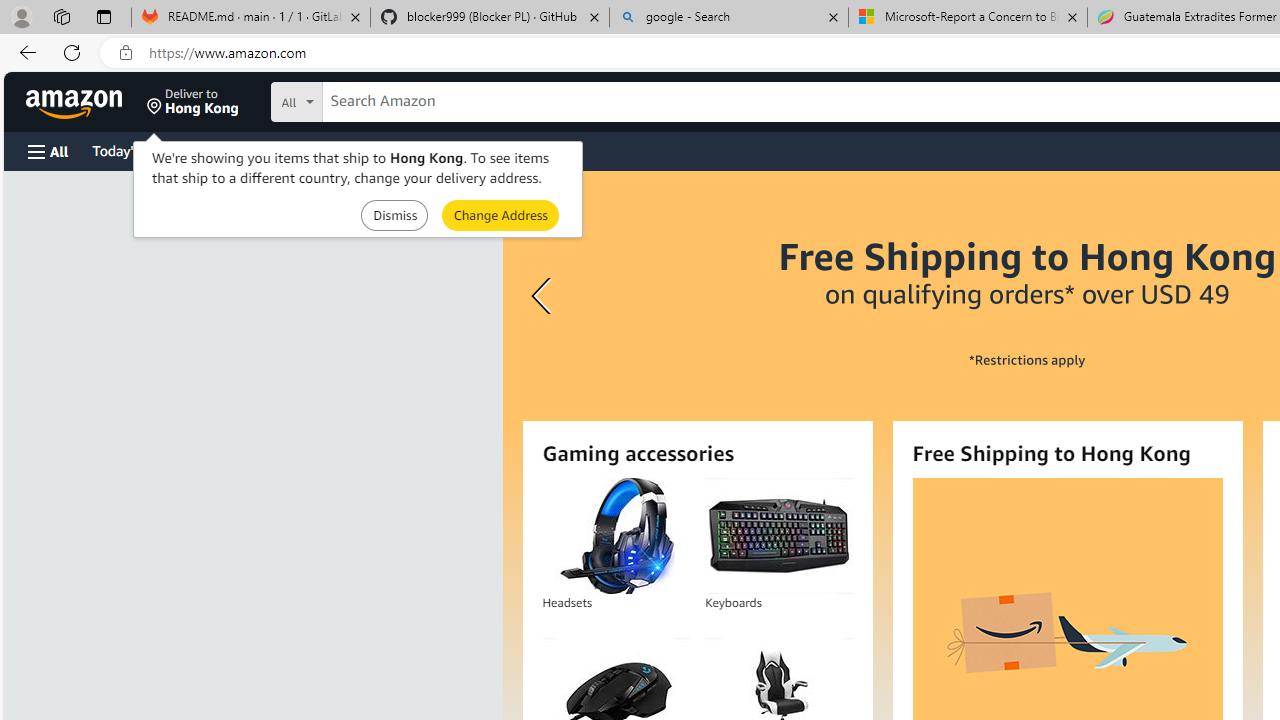 The height and width of the screenshot is (720, 1280). Describe the element at coordinates (48, 150) in the screenshot. I see `'Open Menu'` at that location.